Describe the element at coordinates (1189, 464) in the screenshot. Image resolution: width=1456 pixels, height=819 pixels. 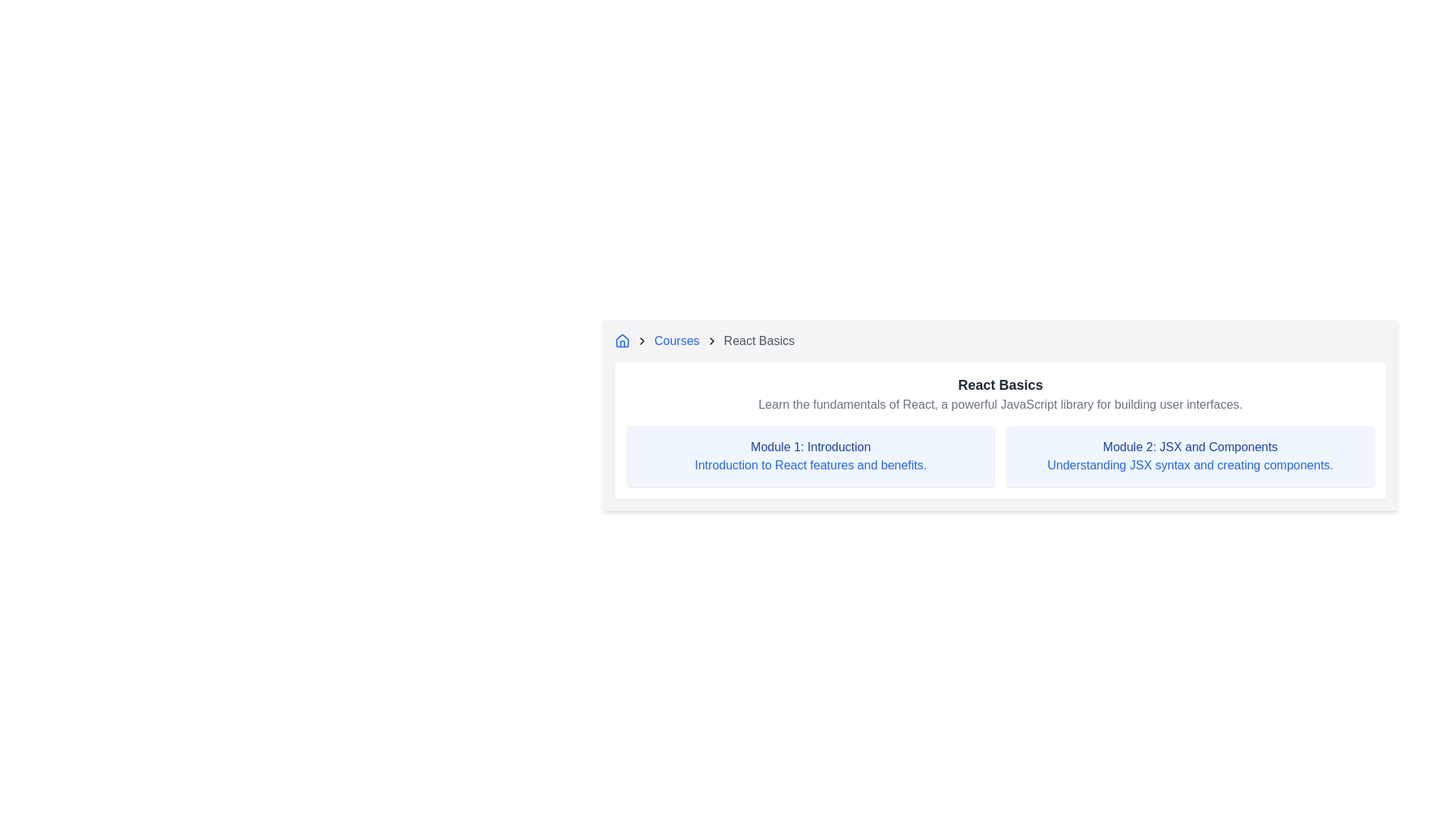
I see `the static text component that displays 'Understanding JSX syntax and creating components.' located within a light blue box, positioned below the heading 'Module 2: JSX and Components'` at that location.